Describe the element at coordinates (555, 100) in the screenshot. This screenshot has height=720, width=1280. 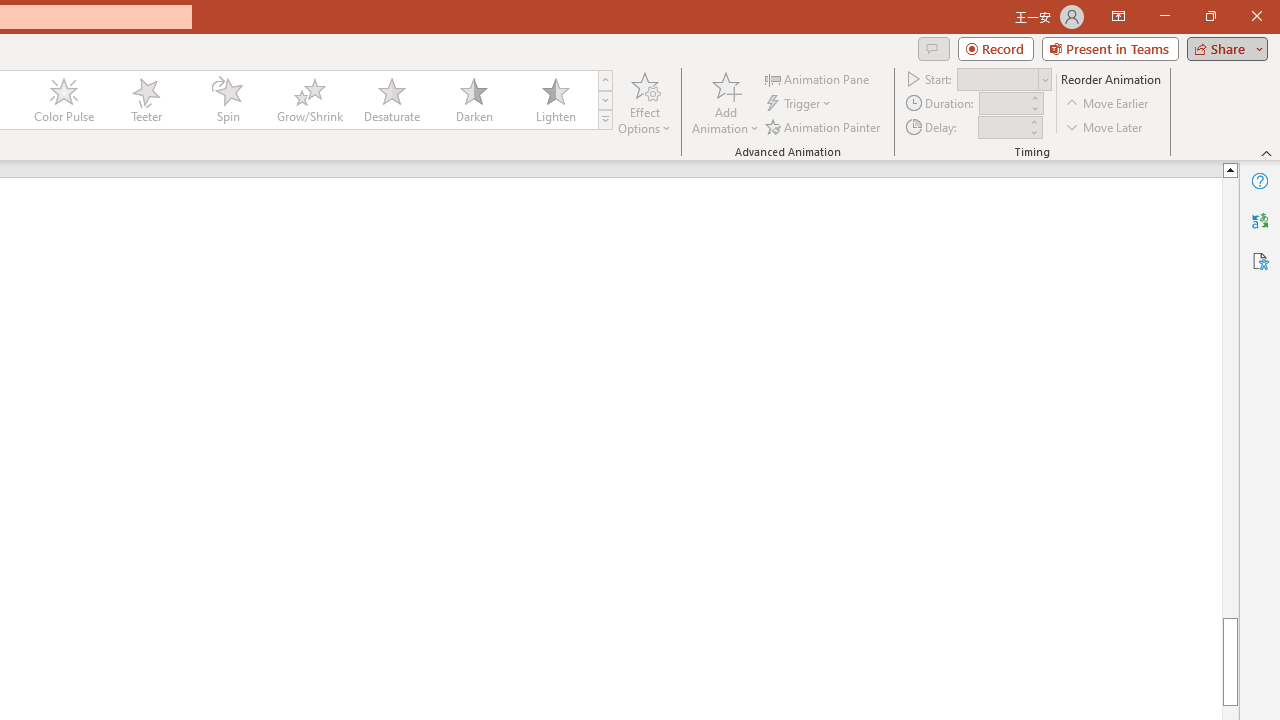
I see `'Lighten'` at that location.